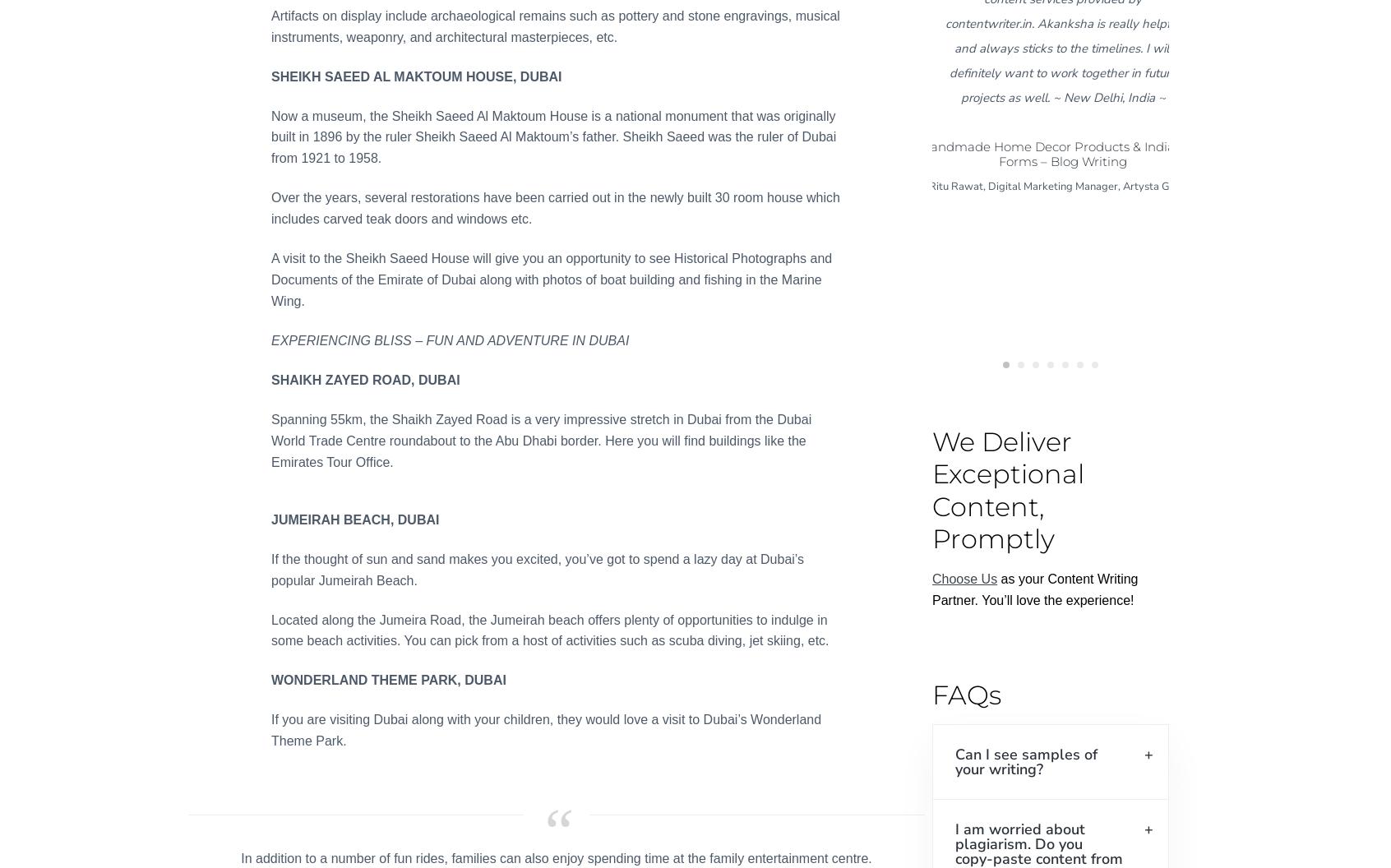 Image resolution: width=1391 pixels, height=868 pixels. Describe the element at coordinates (541, 440) in the screenshot. I see `'Spanning 55km, the Shaikh Zayed Road is a very impressive stretch in Dubai from the Dubai World Trade Centre roundabout to the Abu Dhabi border. Here you will find buildings like the Emirates Tour Office.'` at that location.